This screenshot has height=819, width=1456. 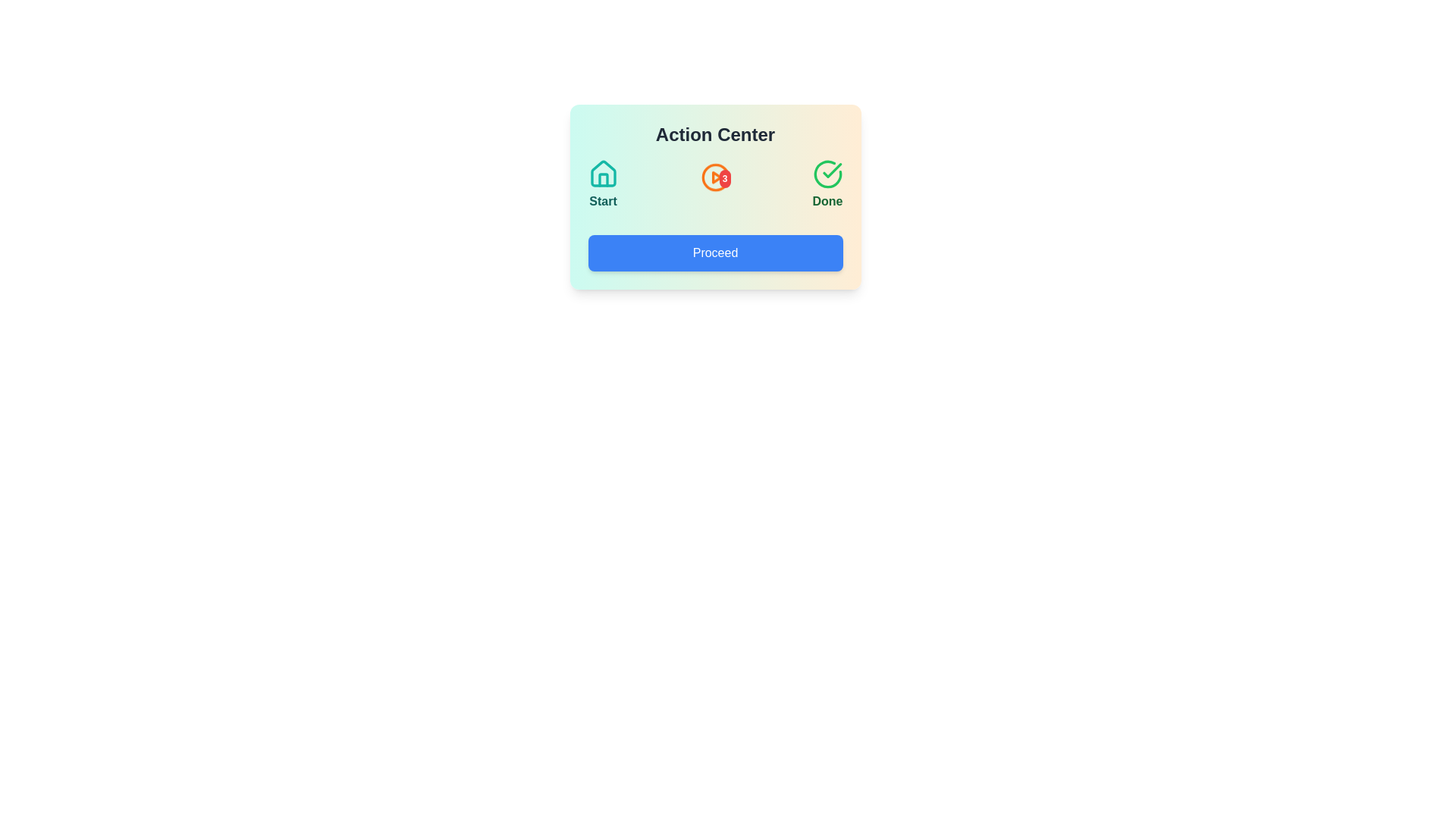 What do you see at coordinates (724, 177) in the screenshot?
I see `the small red badge with the white number '3' in bold text, which is positioned at the top-right corner of a circular play icon` at bounding box center [724, 177].